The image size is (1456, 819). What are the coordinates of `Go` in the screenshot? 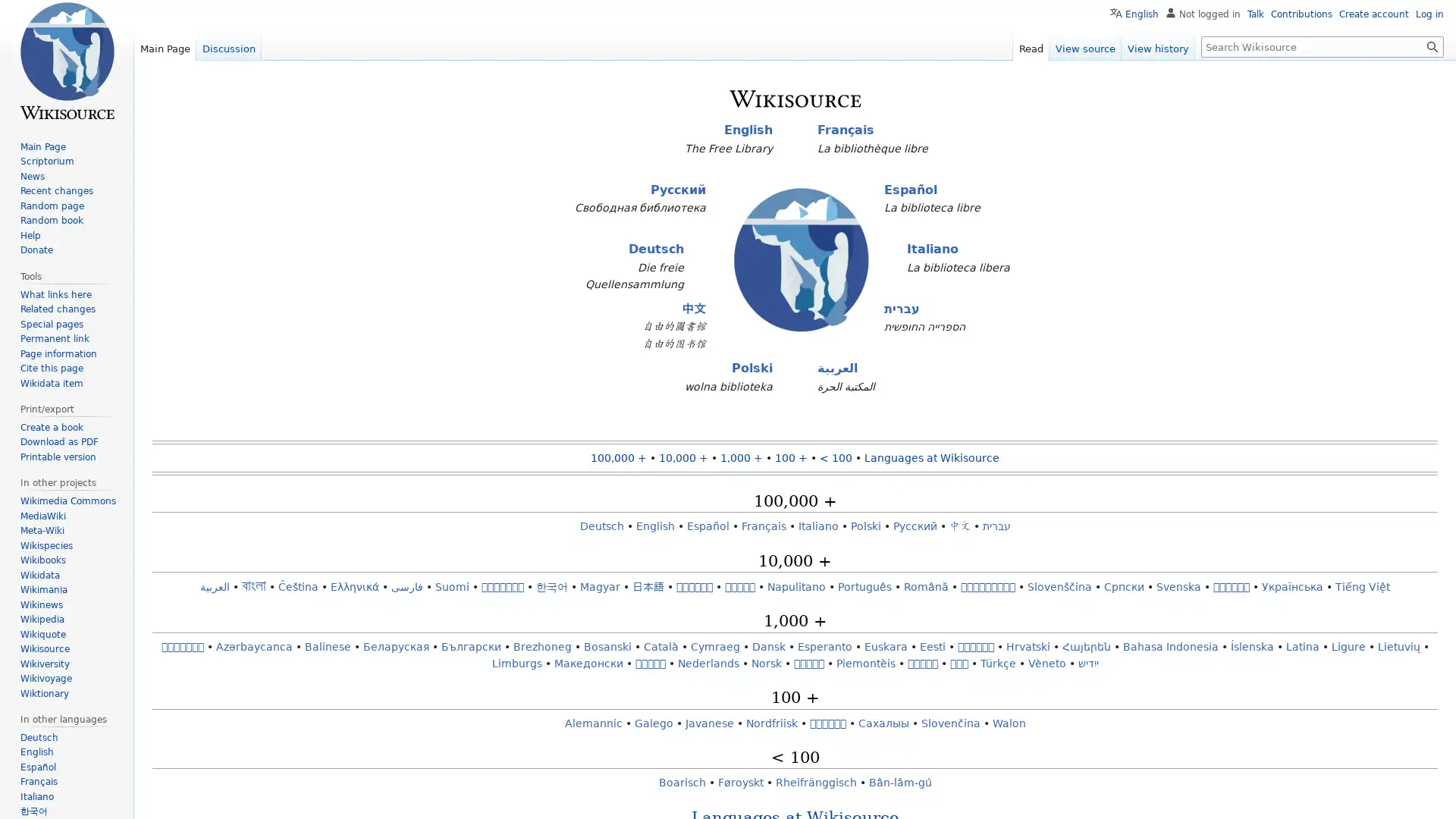 It's located at (1432, 45).